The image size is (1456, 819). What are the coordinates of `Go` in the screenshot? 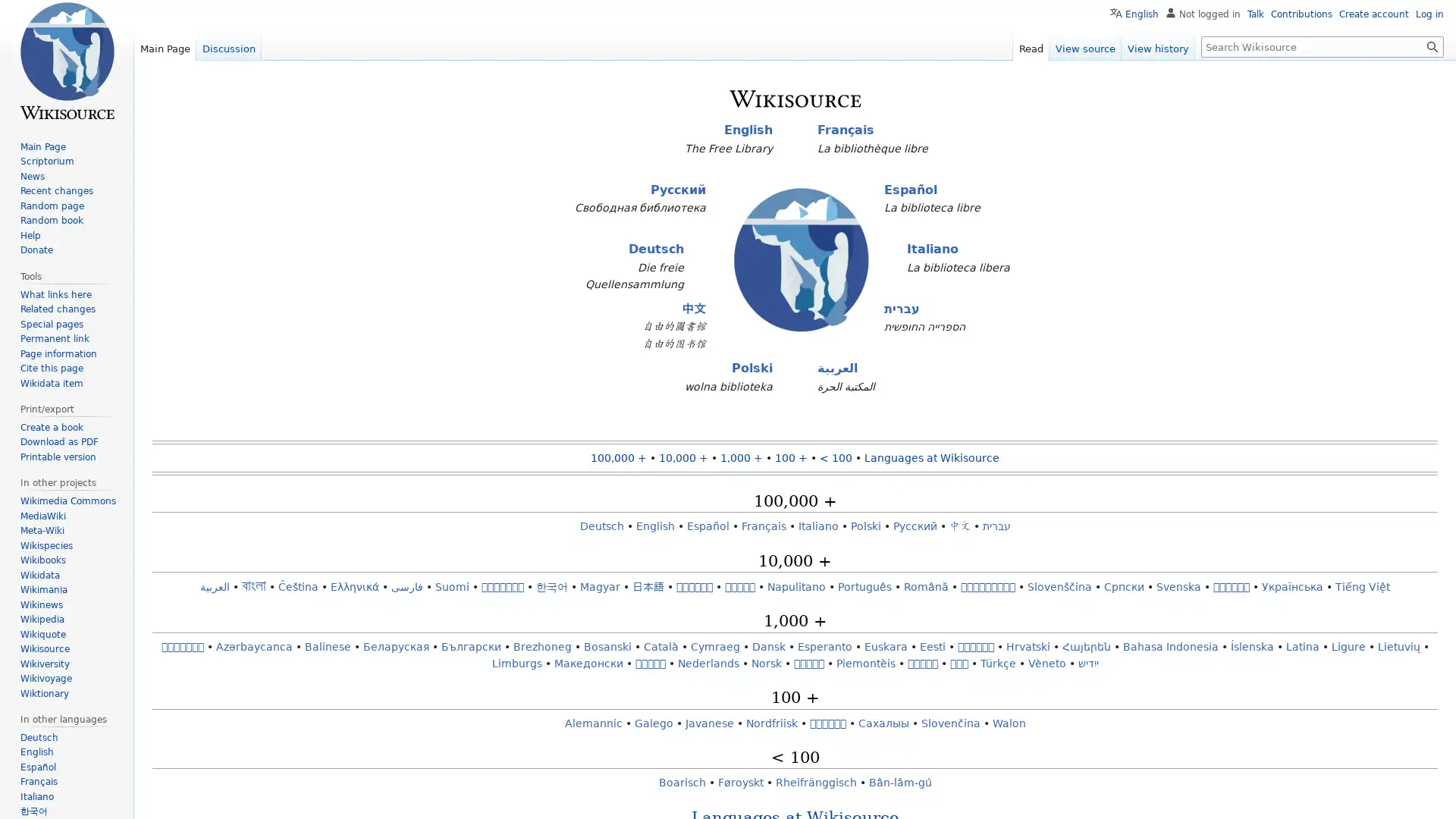 It's located at (1432, 45).